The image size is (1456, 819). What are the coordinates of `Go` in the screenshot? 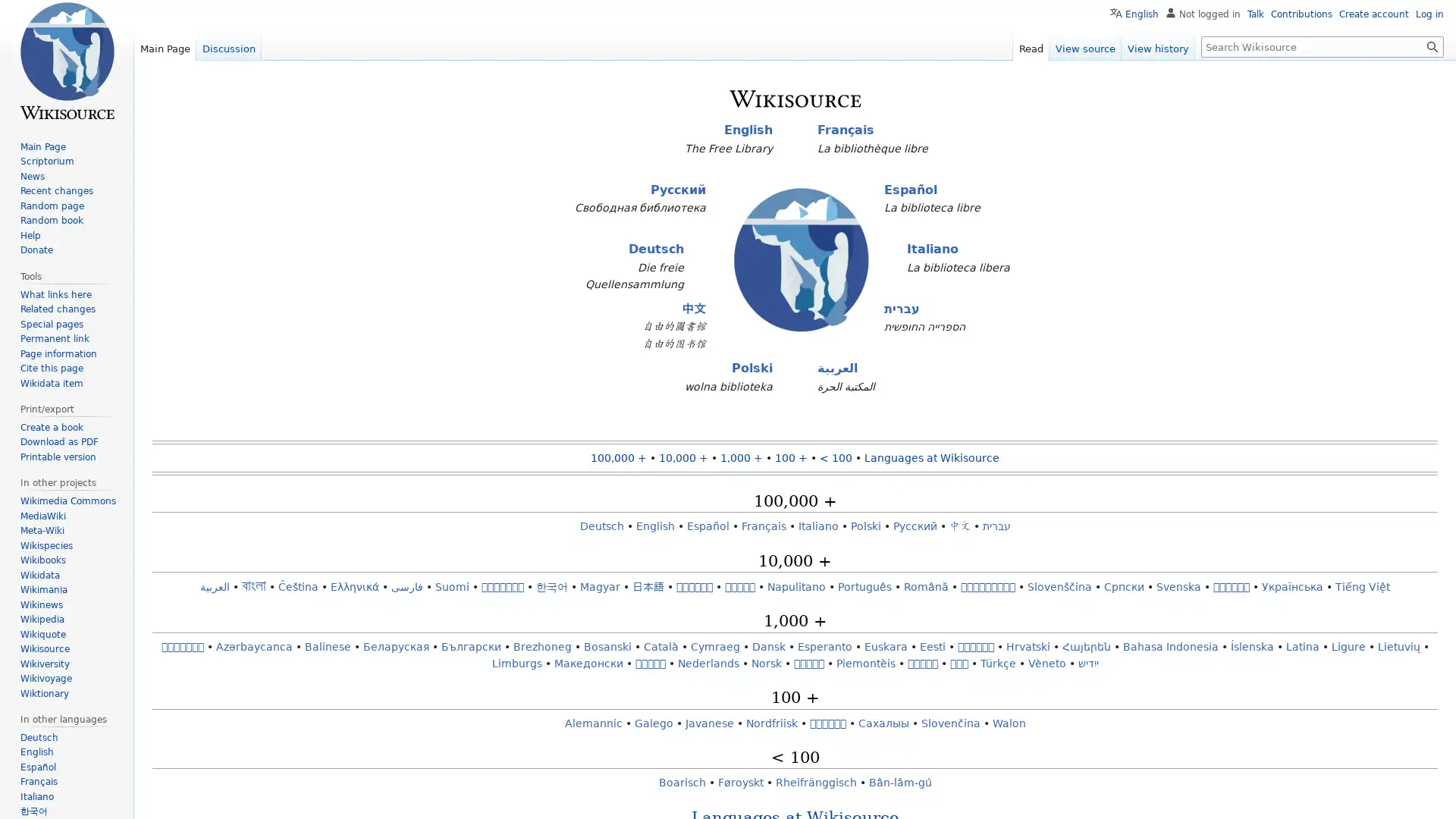 It's located at (1432, 45).